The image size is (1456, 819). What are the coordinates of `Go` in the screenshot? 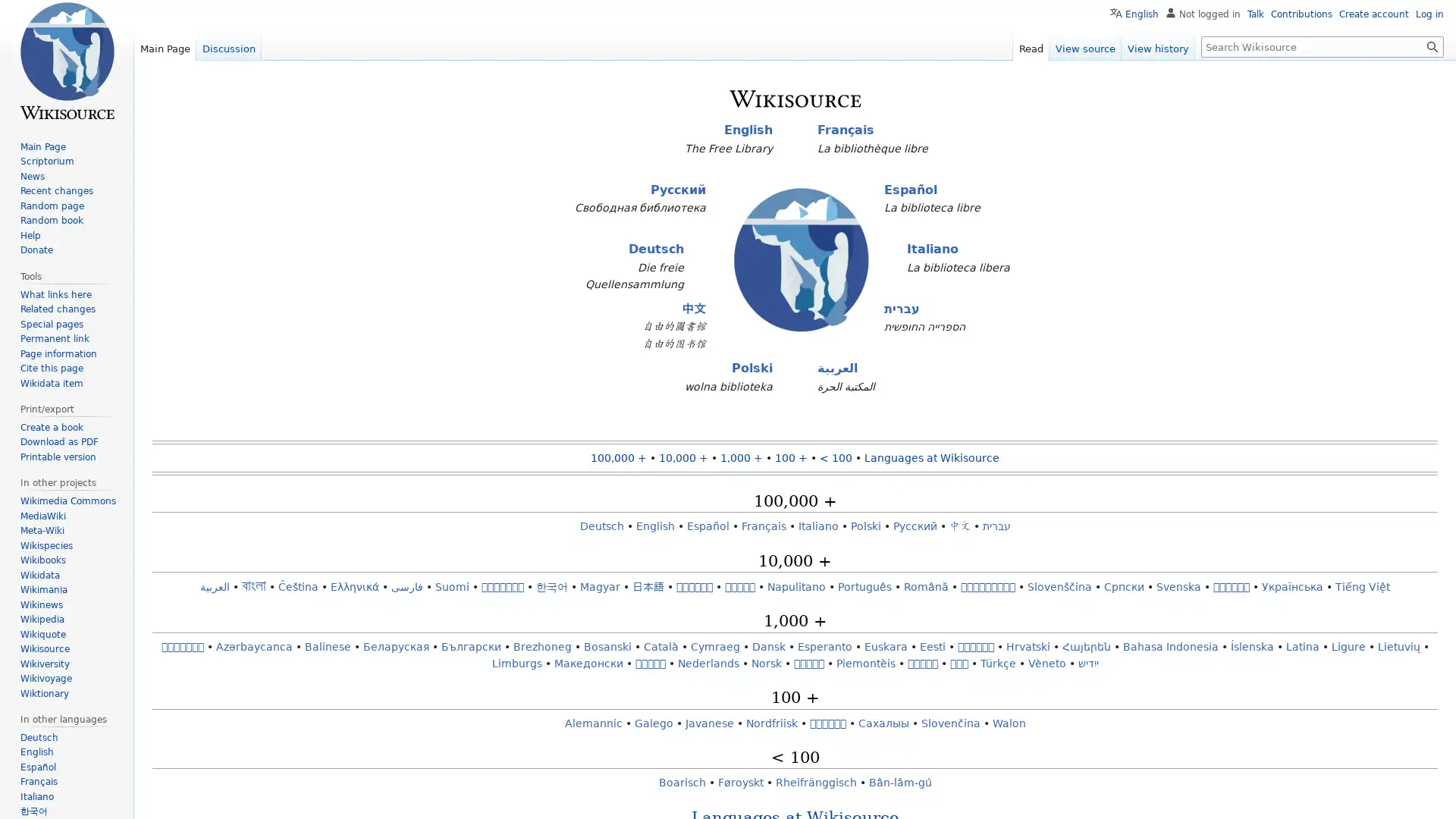 It's located at (1432, 45).